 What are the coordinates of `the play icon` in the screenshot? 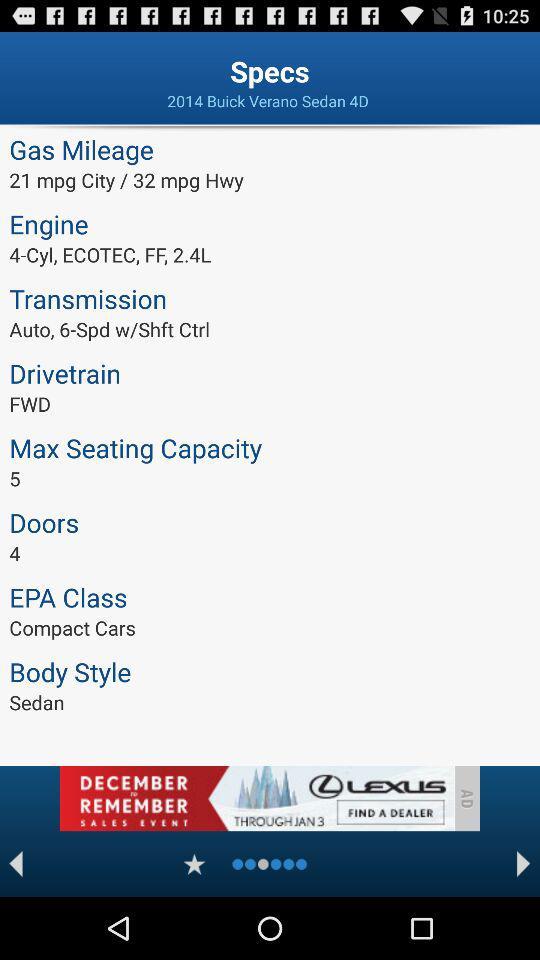 It's located at (523, 924).